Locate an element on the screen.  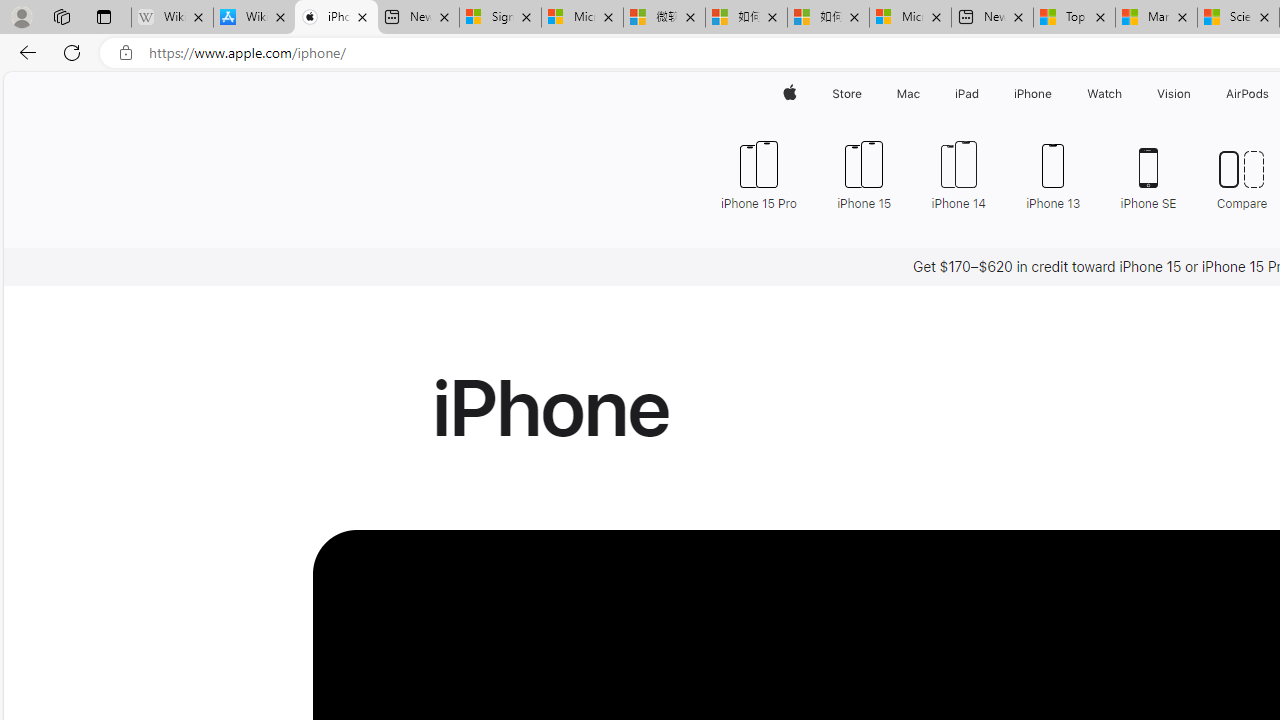
'iPhone 15' is located at coordinates (864, 172).